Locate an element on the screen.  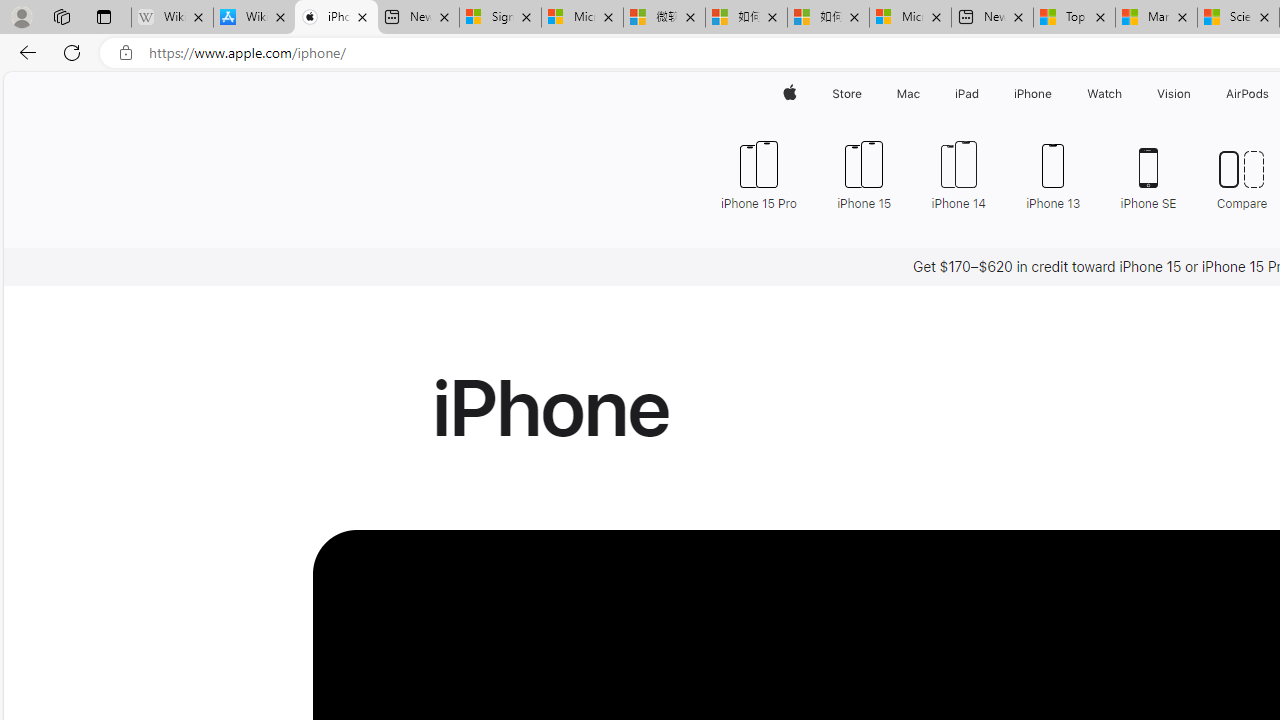
'iPhone 15' is located at coordinates (864, 172).